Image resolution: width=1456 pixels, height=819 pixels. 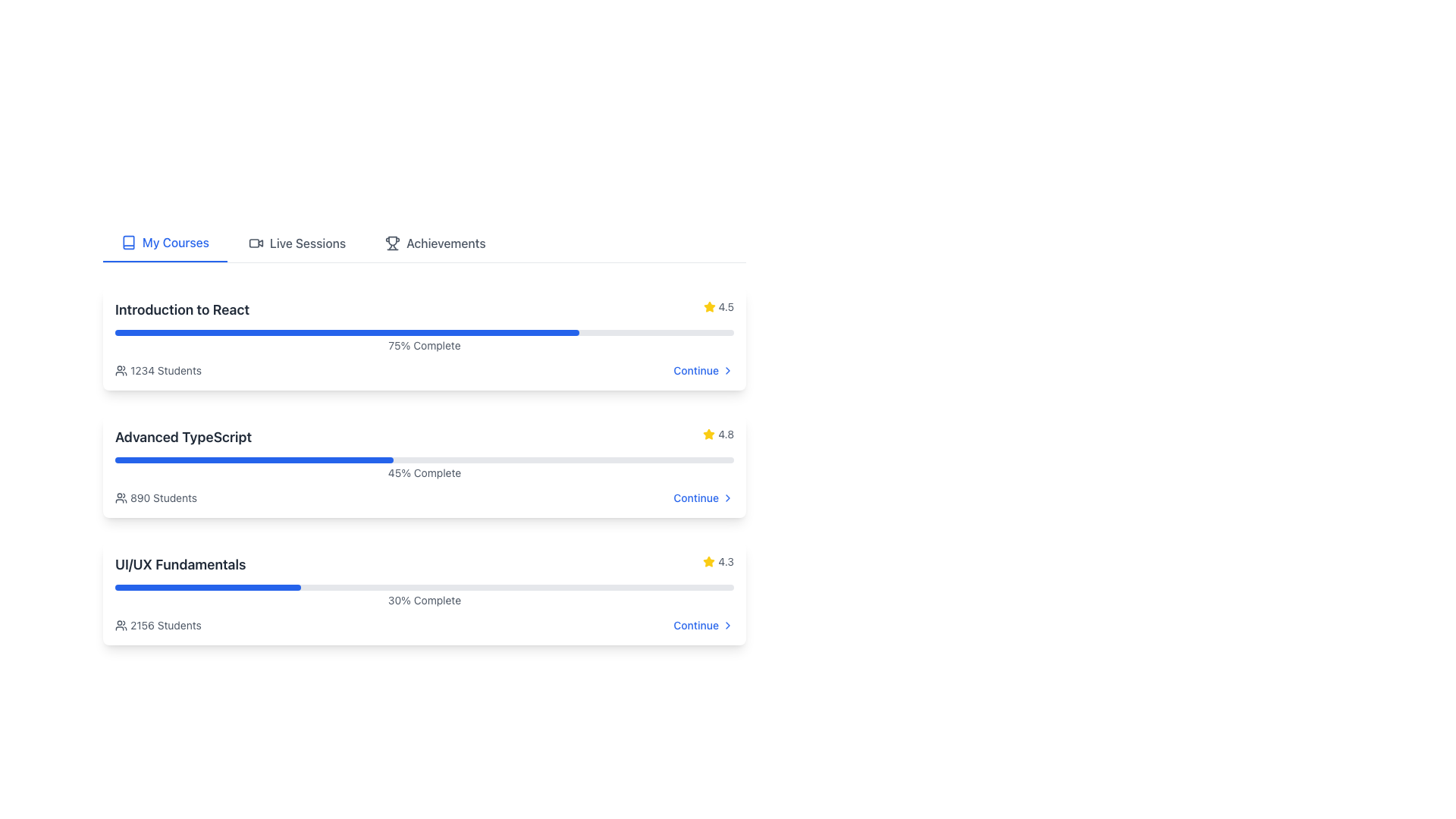 I want to click on the video-related feature icon located within the 'Live Sessions' navigational tab, positioned between 'My Courses' and 'Achievements', so click(x=256, y=242).